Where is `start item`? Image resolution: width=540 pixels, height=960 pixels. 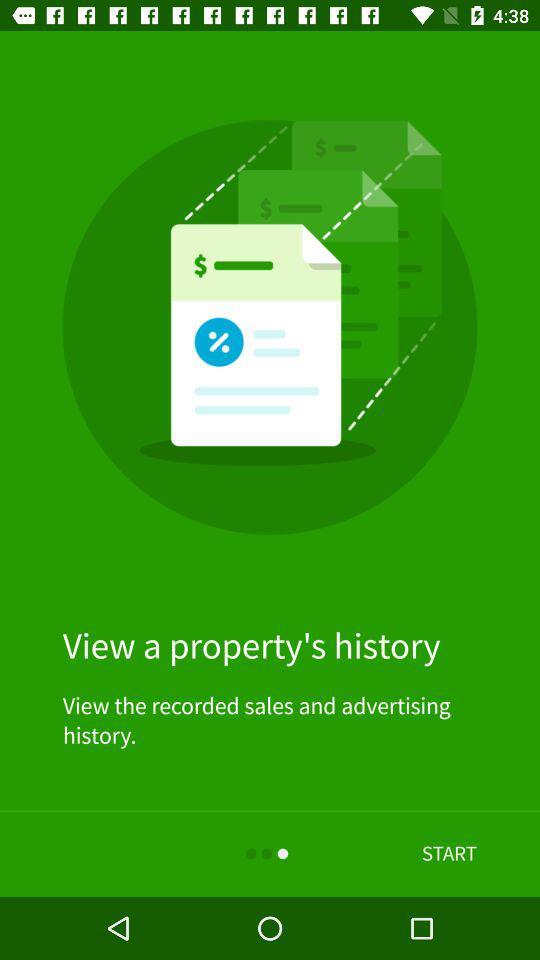 start item is located at coordinates (449, 853).